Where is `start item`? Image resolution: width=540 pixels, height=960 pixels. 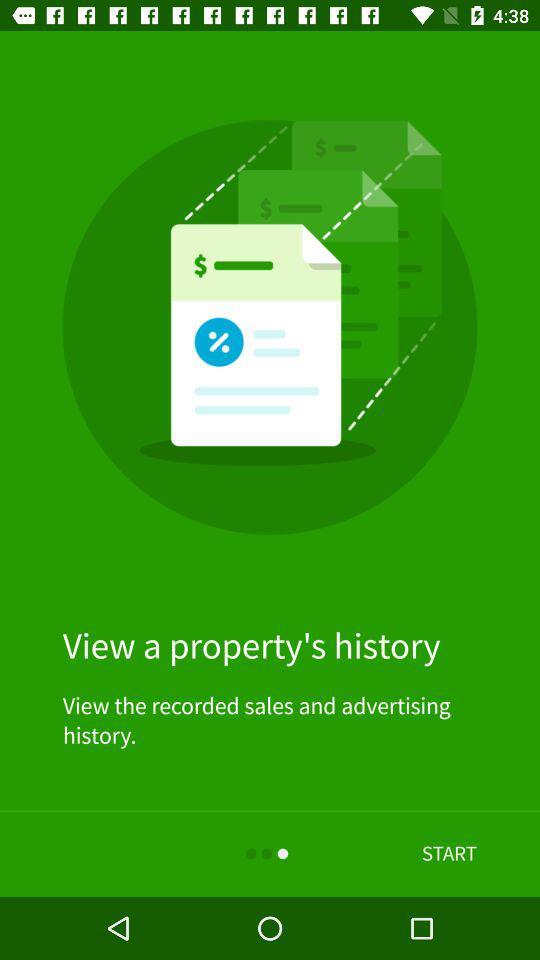 start item is located at coordinates (449, 853).